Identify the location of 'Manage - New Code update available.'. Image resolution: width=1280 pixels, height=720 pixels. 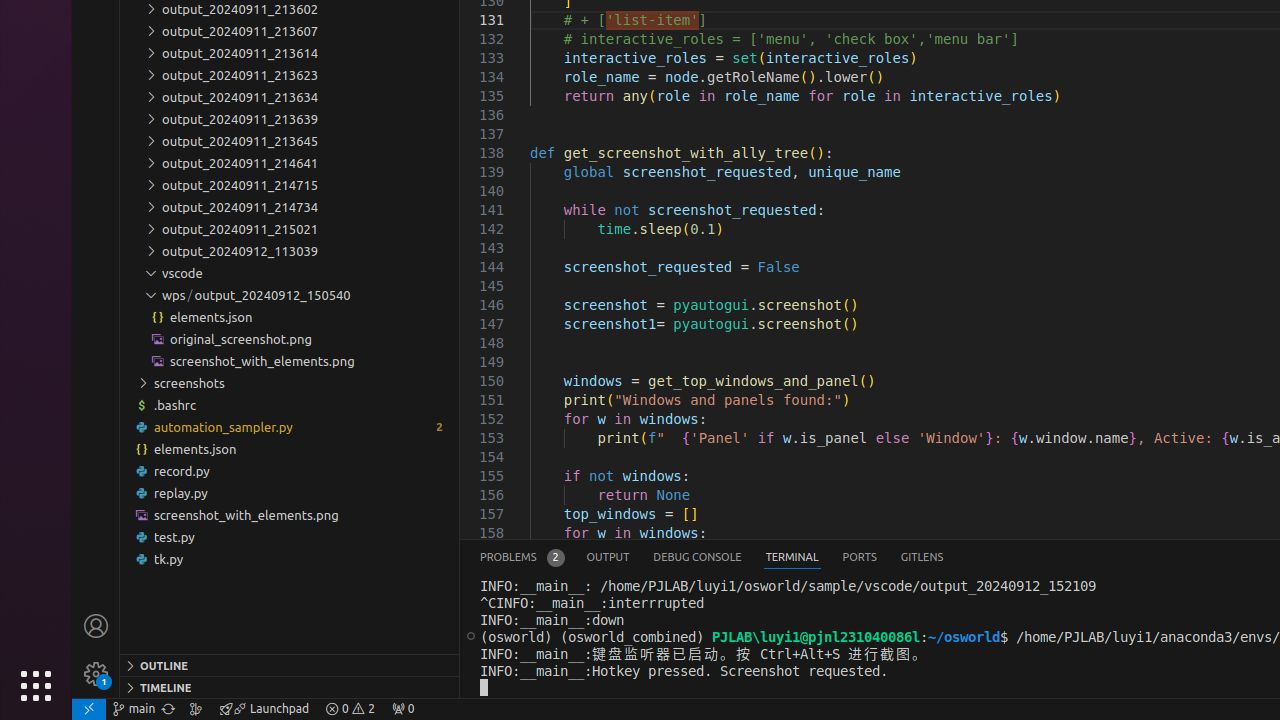
(95, 673).